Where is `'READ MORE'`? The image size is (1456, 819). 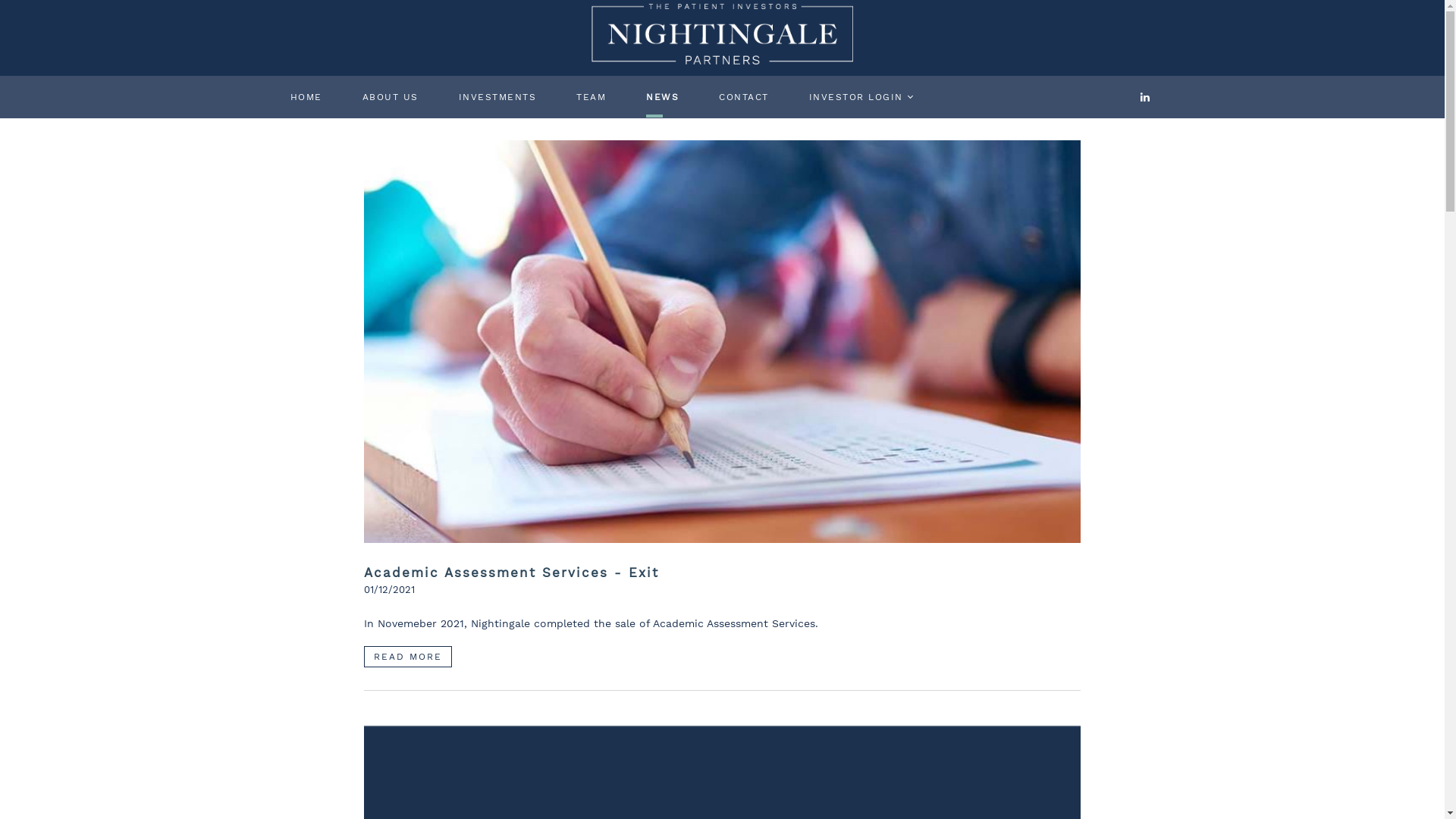
'READ MORE' is located at coordinates (407, 656).